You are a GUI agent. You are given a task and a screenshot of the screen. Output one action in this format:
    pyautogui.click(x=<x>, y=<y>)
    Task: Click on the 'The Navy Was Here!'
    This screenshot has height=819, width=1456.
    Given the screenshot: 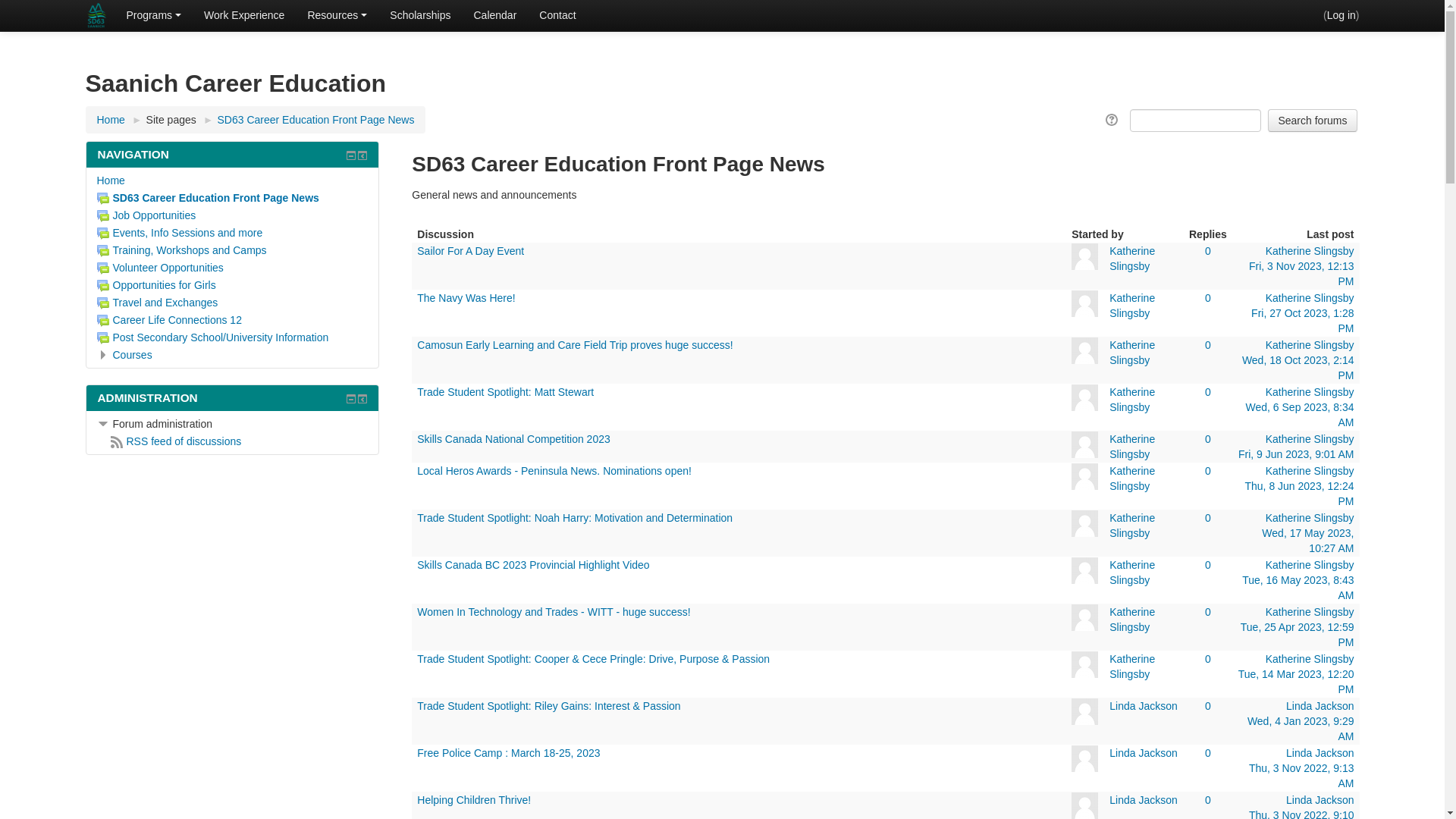 What is the action you would take?
    pyautogui.click(x=465, y=298)
    